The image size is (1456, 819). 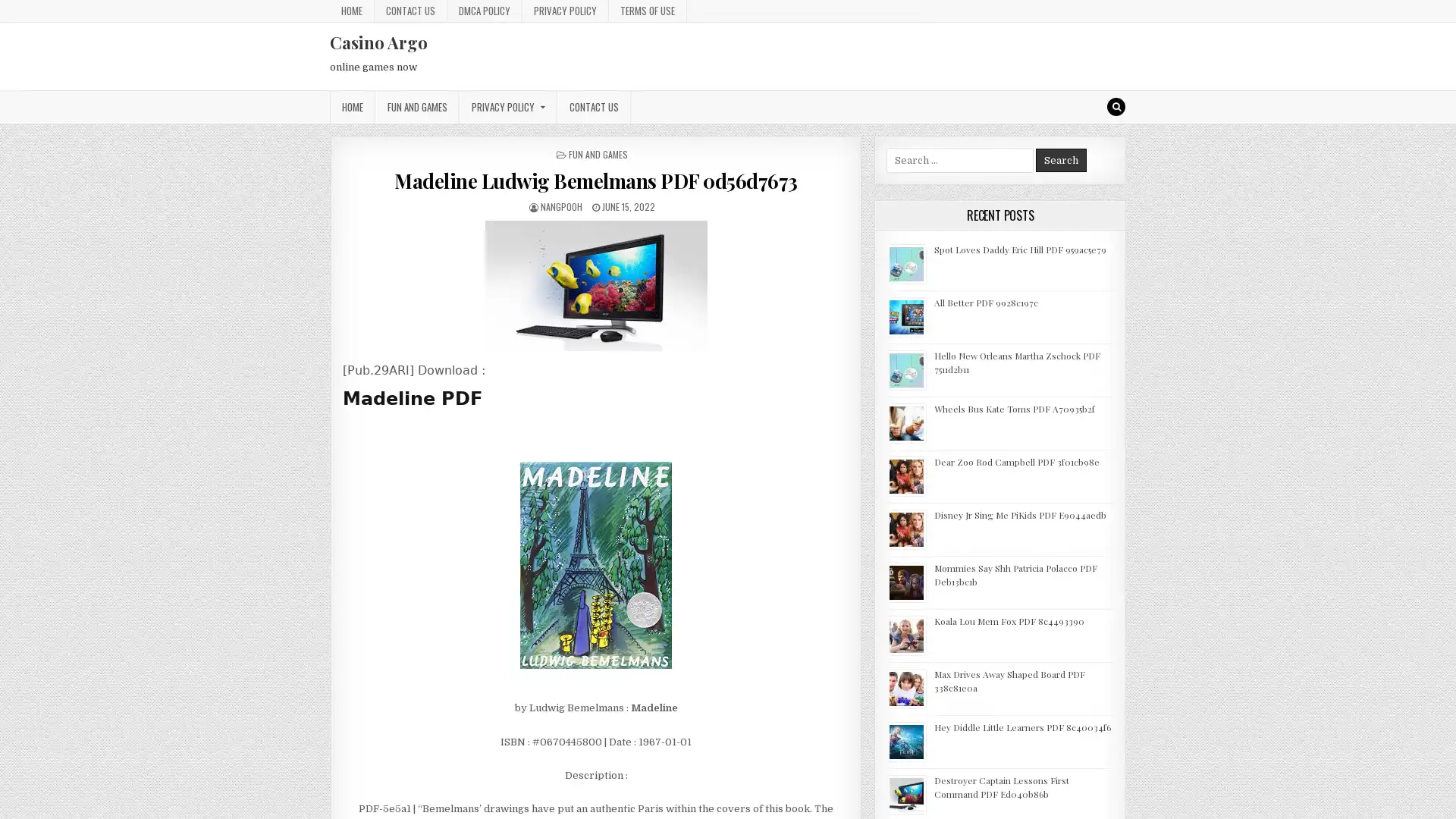 I want to click on Search, so click(x=1060, y=160).